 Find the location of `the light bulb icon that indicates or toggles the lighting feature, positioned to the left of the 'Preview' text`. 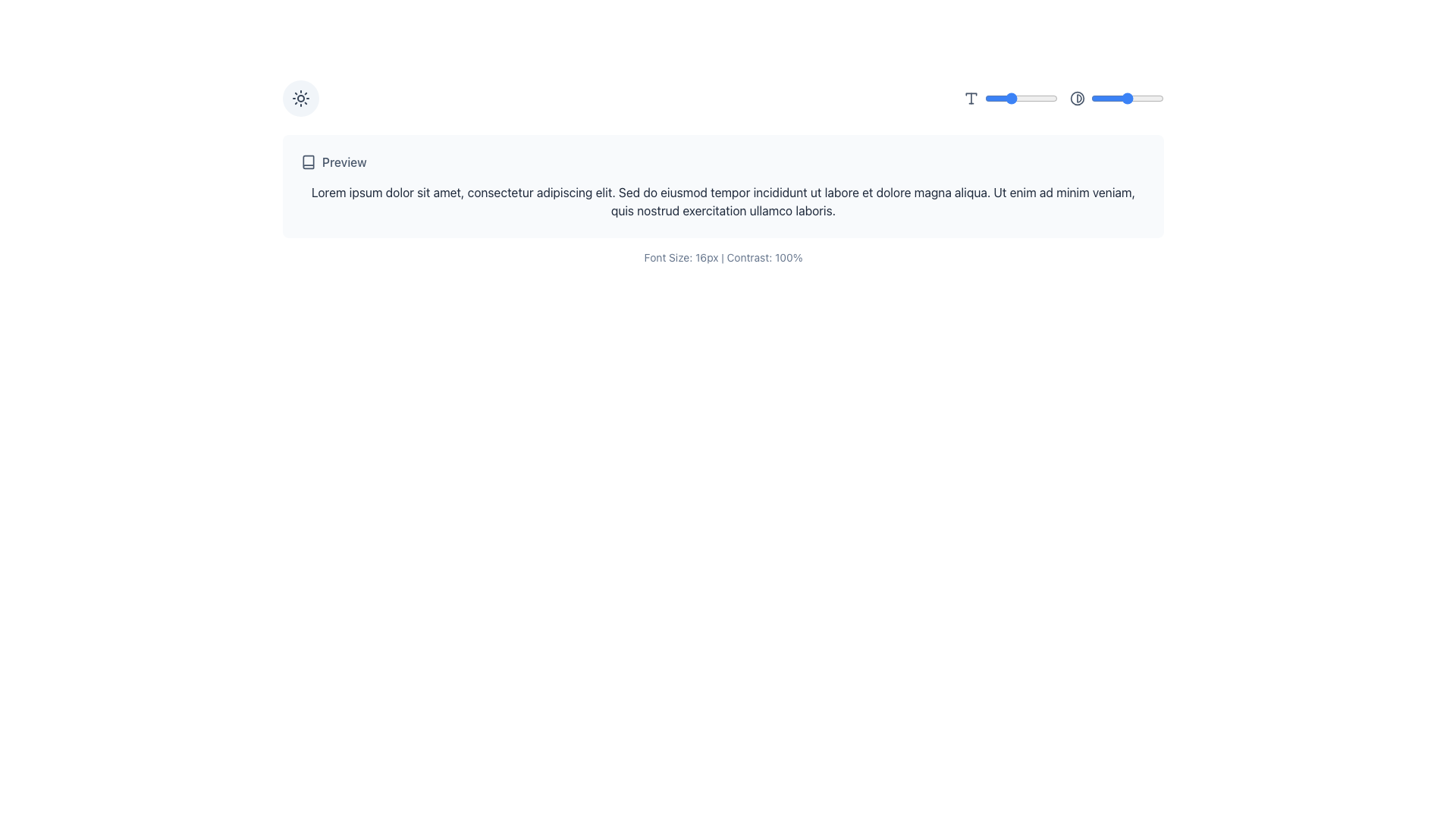

the light bulb icon that indicates or toggles the lighting feature, positioned to the left of the 'Preview' text is located at coordinates (301, 102).